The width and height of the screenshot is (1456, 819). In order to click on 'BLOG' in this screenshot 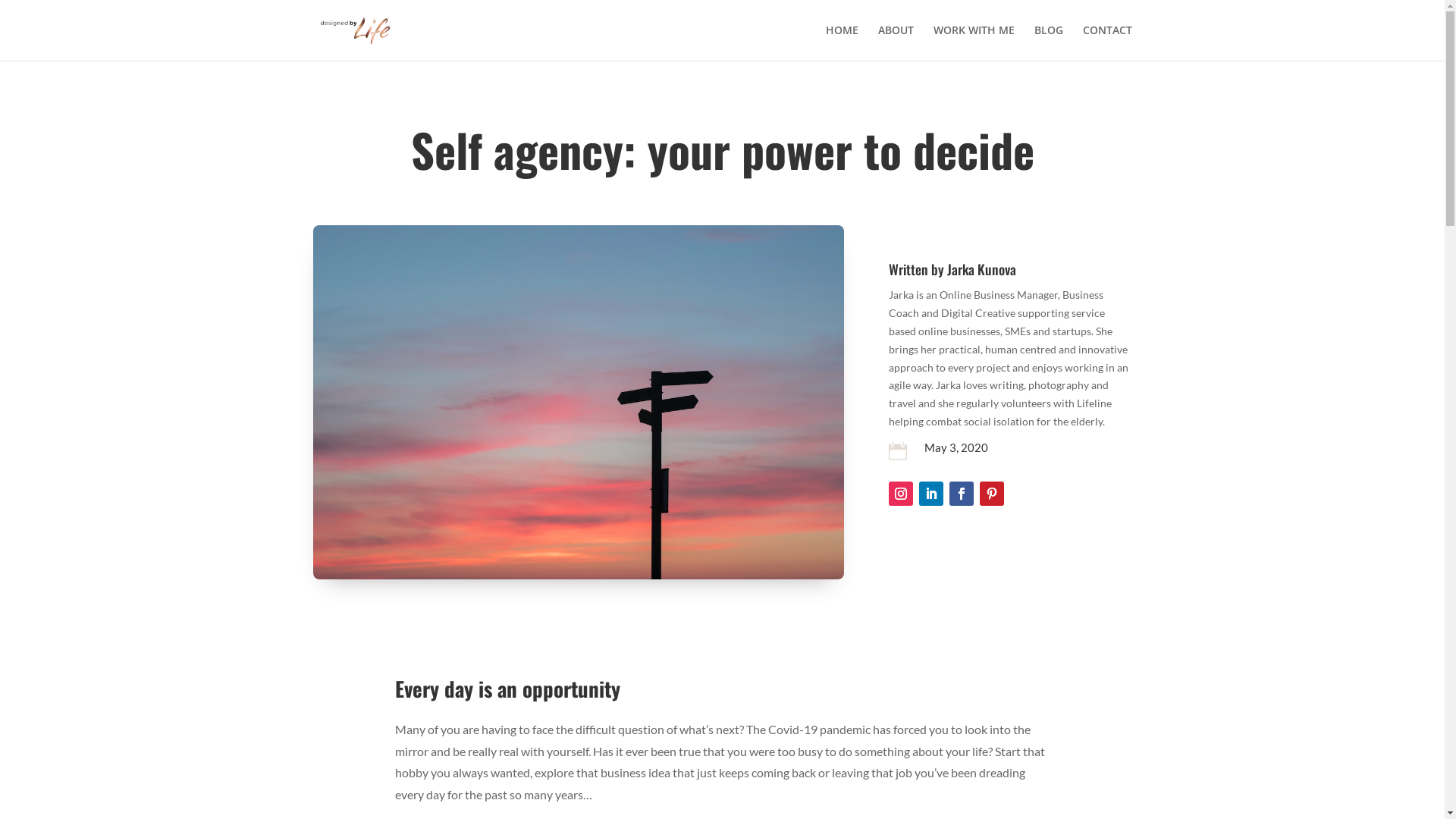, I will do `click(1033, 42)`.